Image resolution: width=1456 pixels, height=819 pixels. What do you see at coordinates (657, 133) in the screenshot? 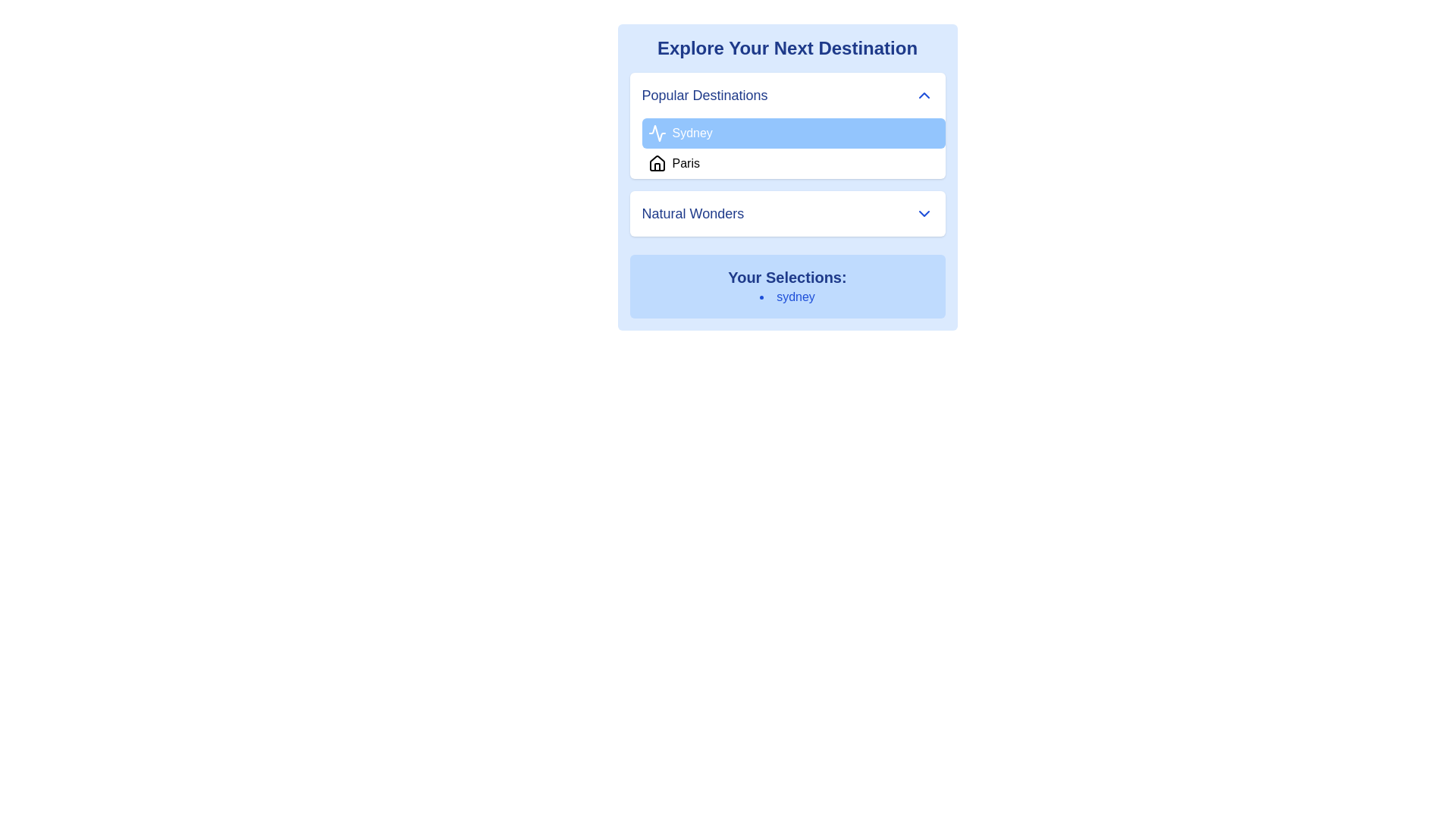
I see `the graphical icon that serves as a visual indicator related to the 'Sydney' selection, located to the left of the 'Sydney' label in the 'Popular Destinations' section` at bounding box center [657, 133].